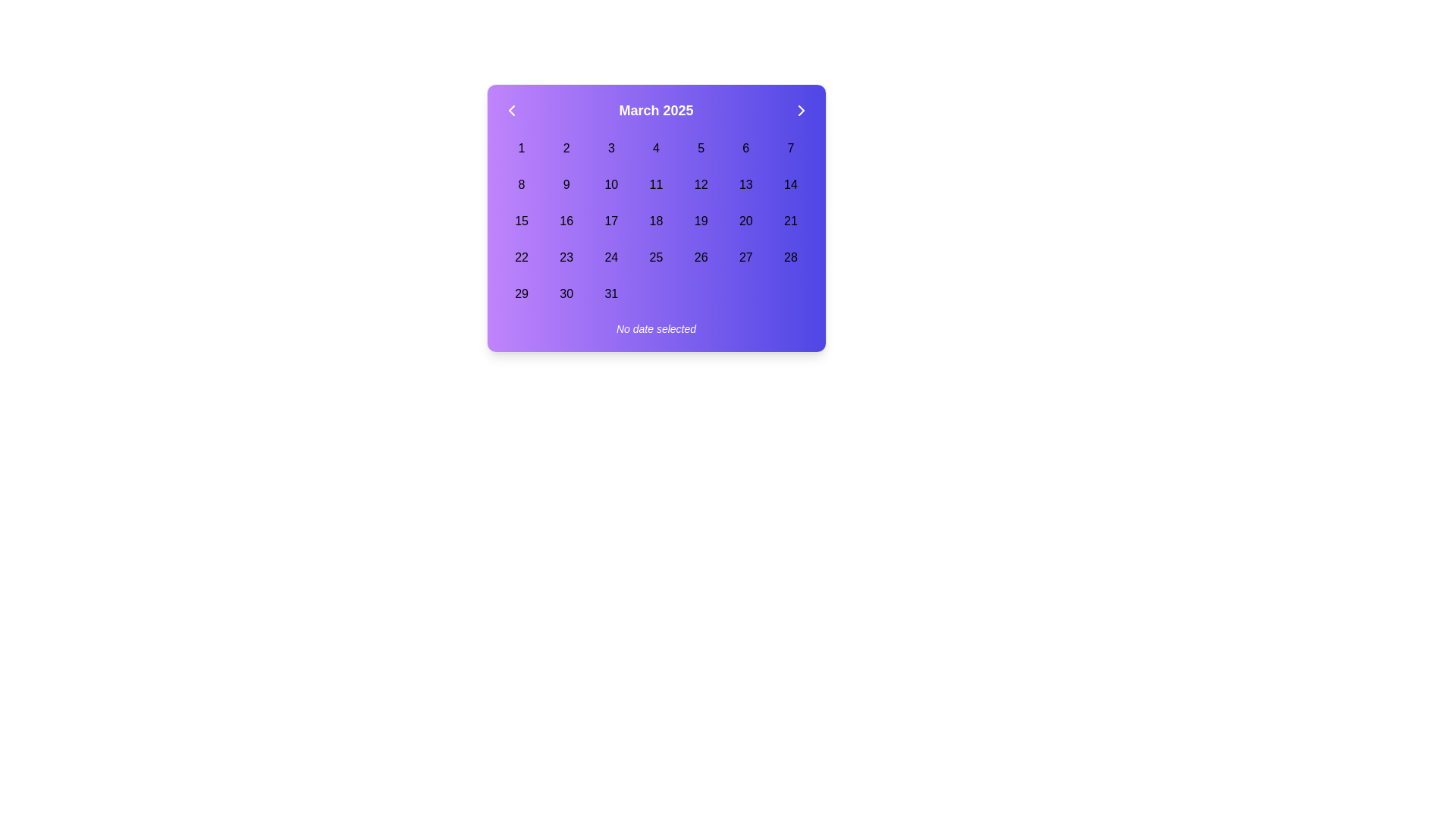 This screenshot has height=819, width=1456. I want to click on the circular button displaying the date '22' in the March 2025 calendar, so click(522, 256).